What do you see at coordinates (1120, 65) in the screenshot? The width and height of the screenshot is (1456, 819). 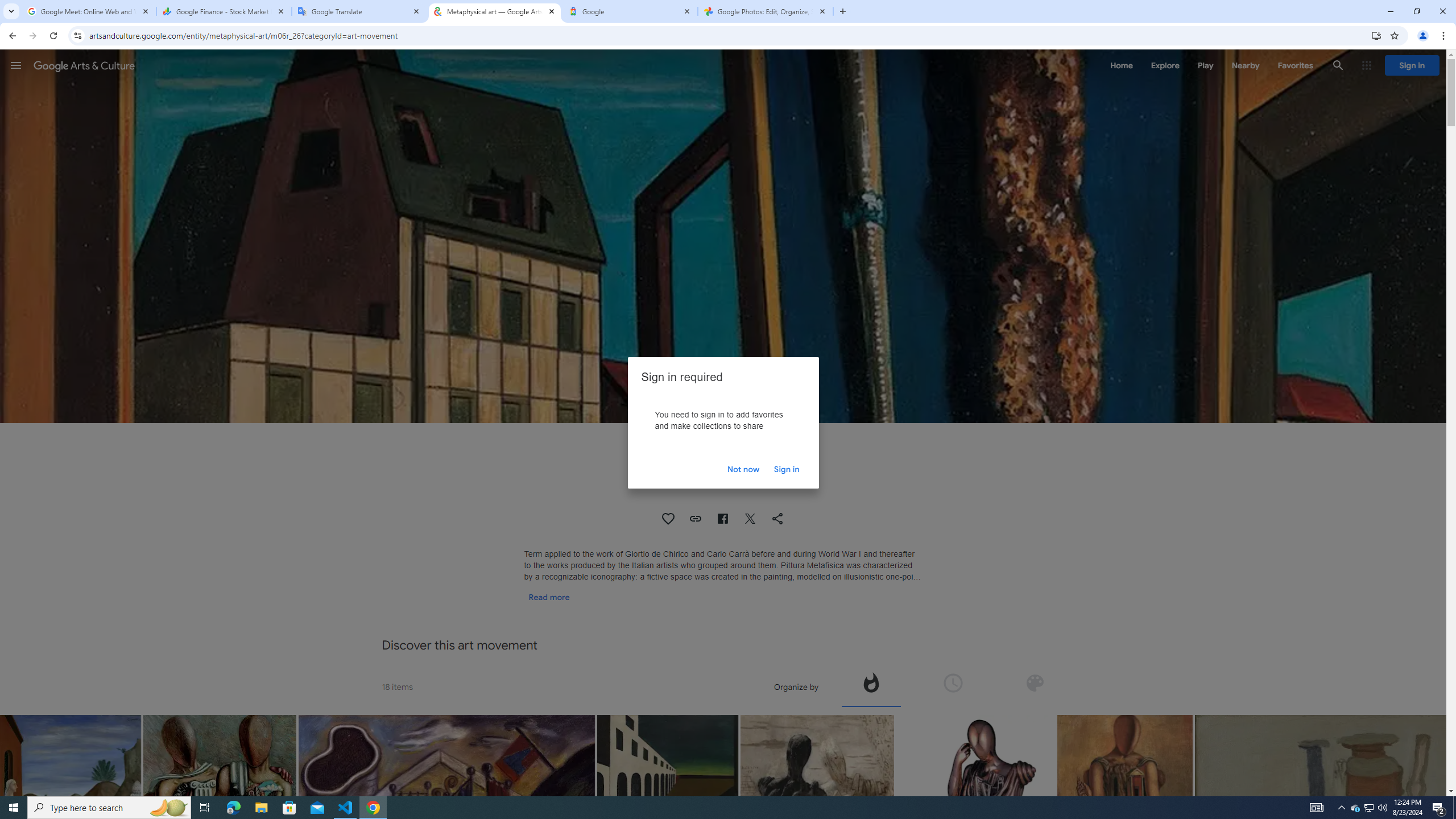 I see `'Home'` at bounding box center [1120, 65].